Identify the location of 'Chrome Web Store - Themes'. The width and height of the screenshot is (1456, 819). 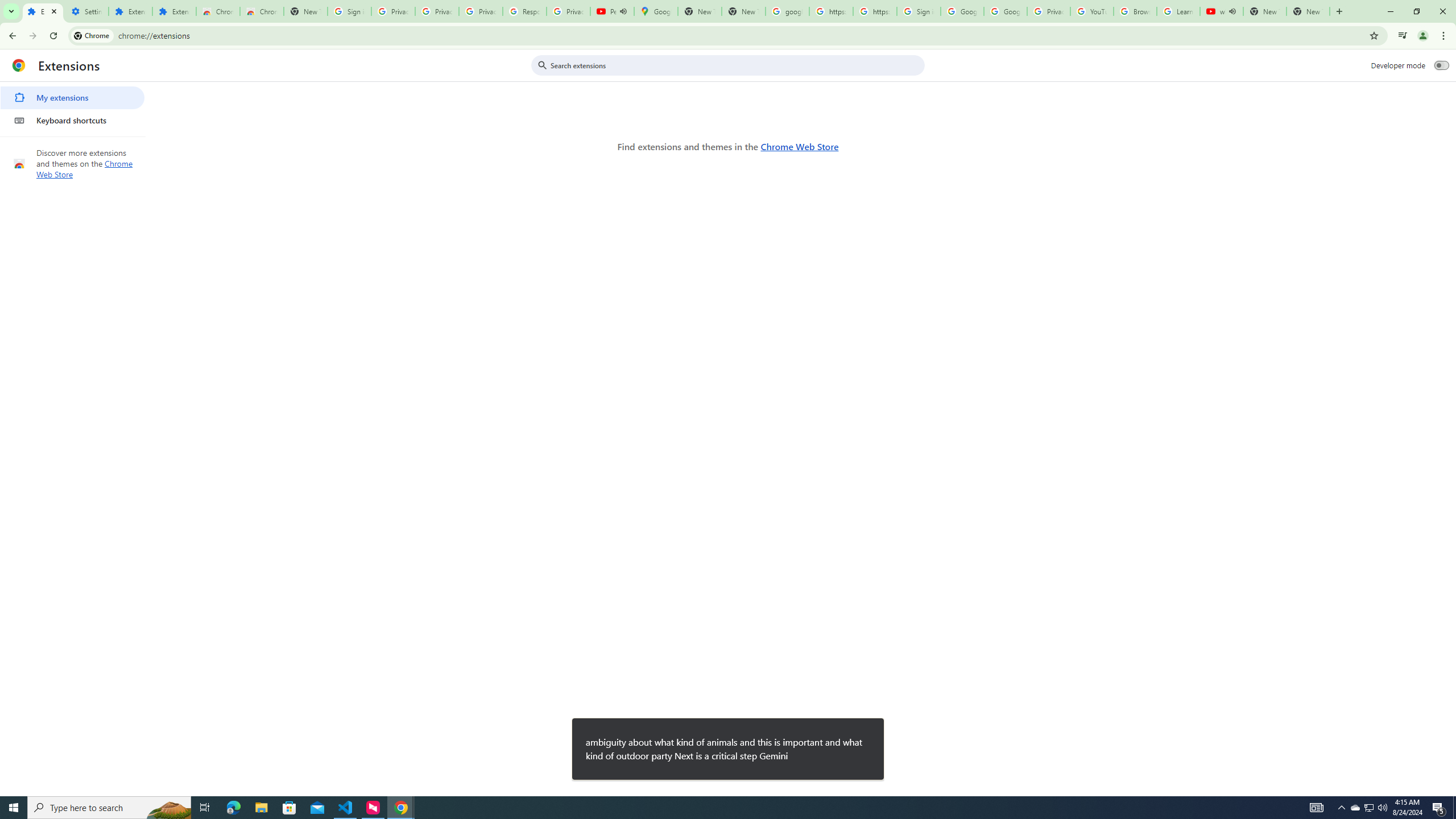
(260, 11).